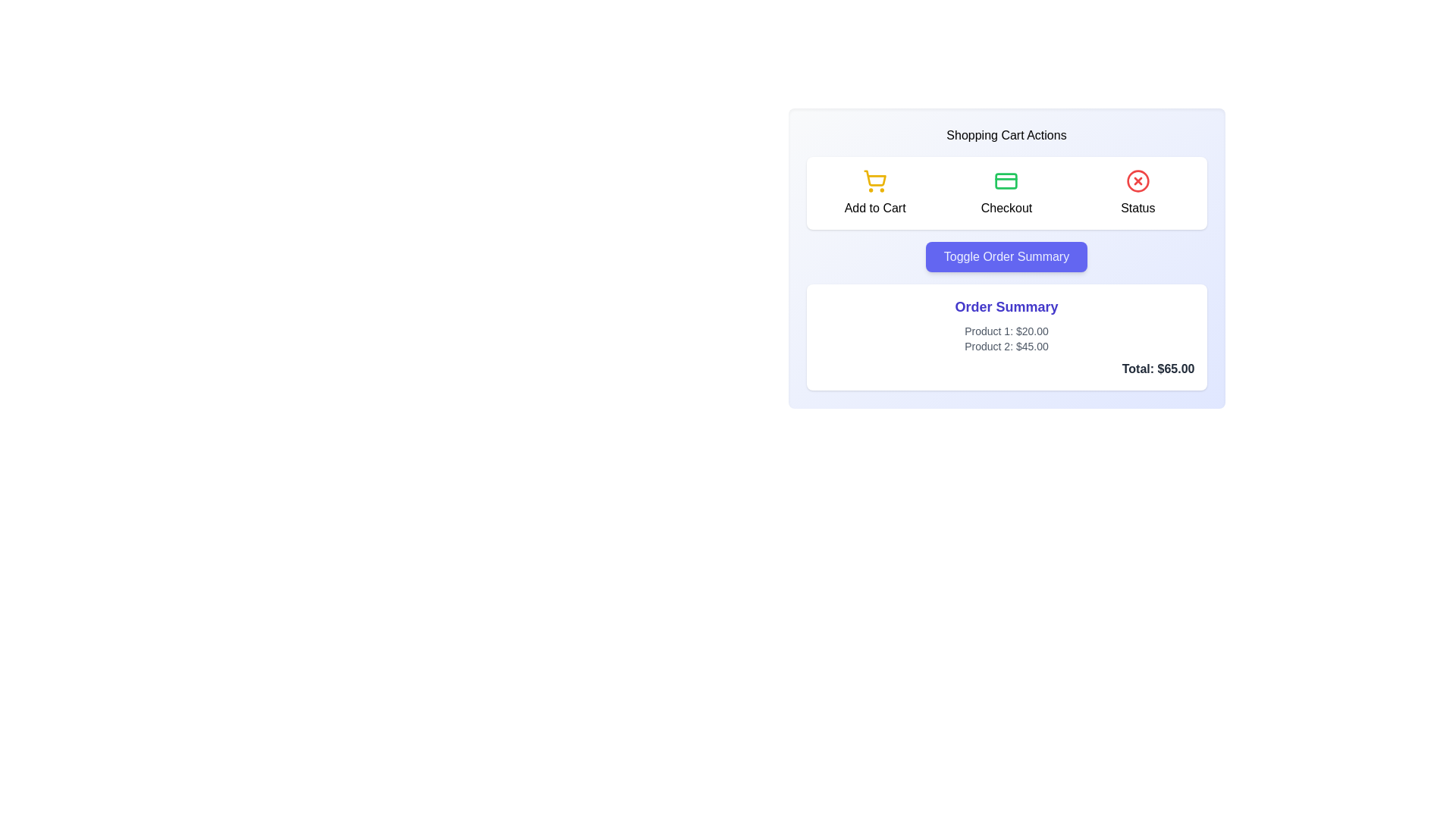  Describe the element at coordinates (1006, 330) in the screenshot. I see `the text label displaying 'Product 1: $20.00' in the 'Order Summary' section, which is the first item in the product list` at that location.